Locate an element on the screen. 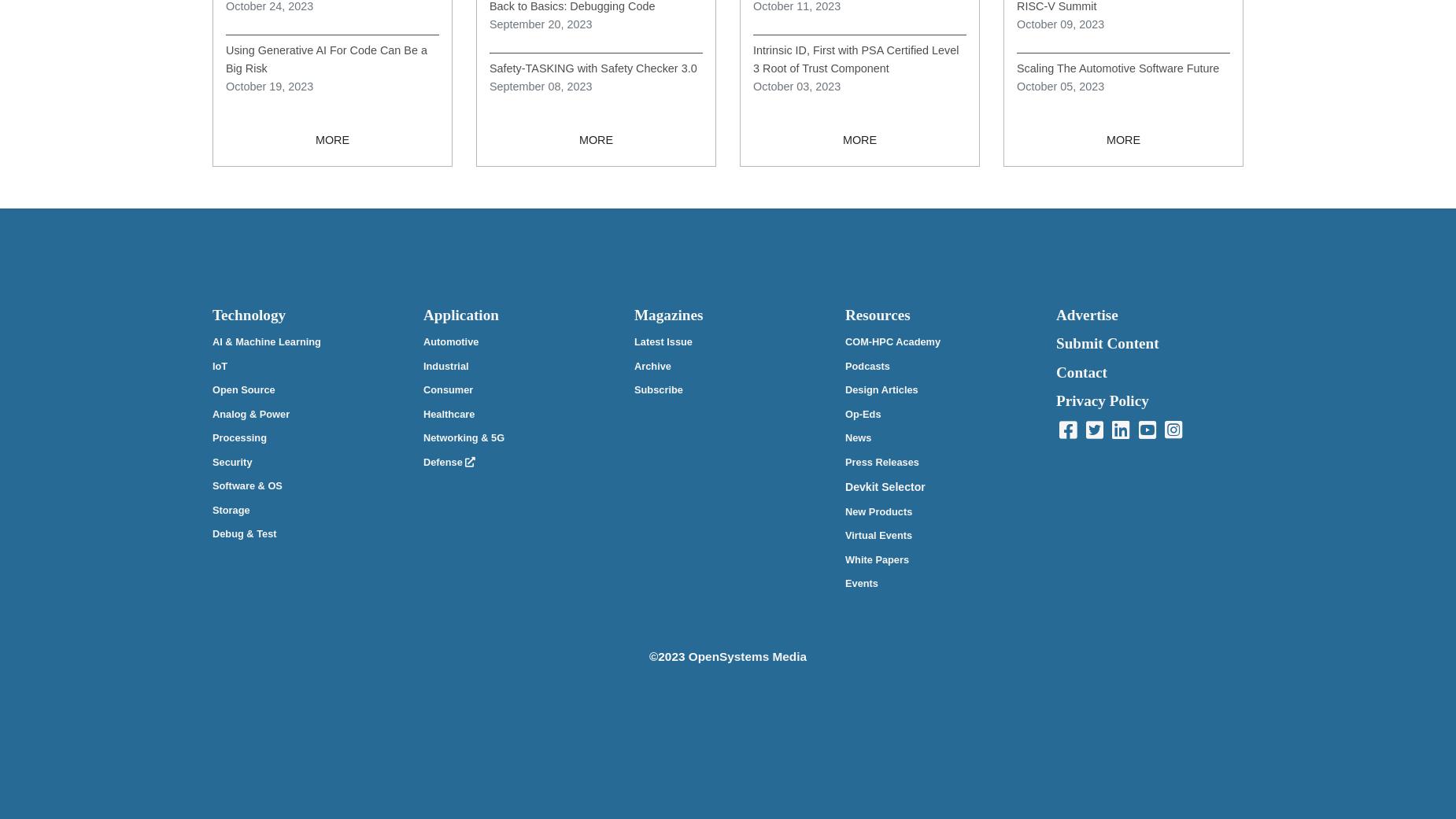 The height and width of the screenshot is (819, 1456). 'Contact' is located at coordinates (1081, 371).